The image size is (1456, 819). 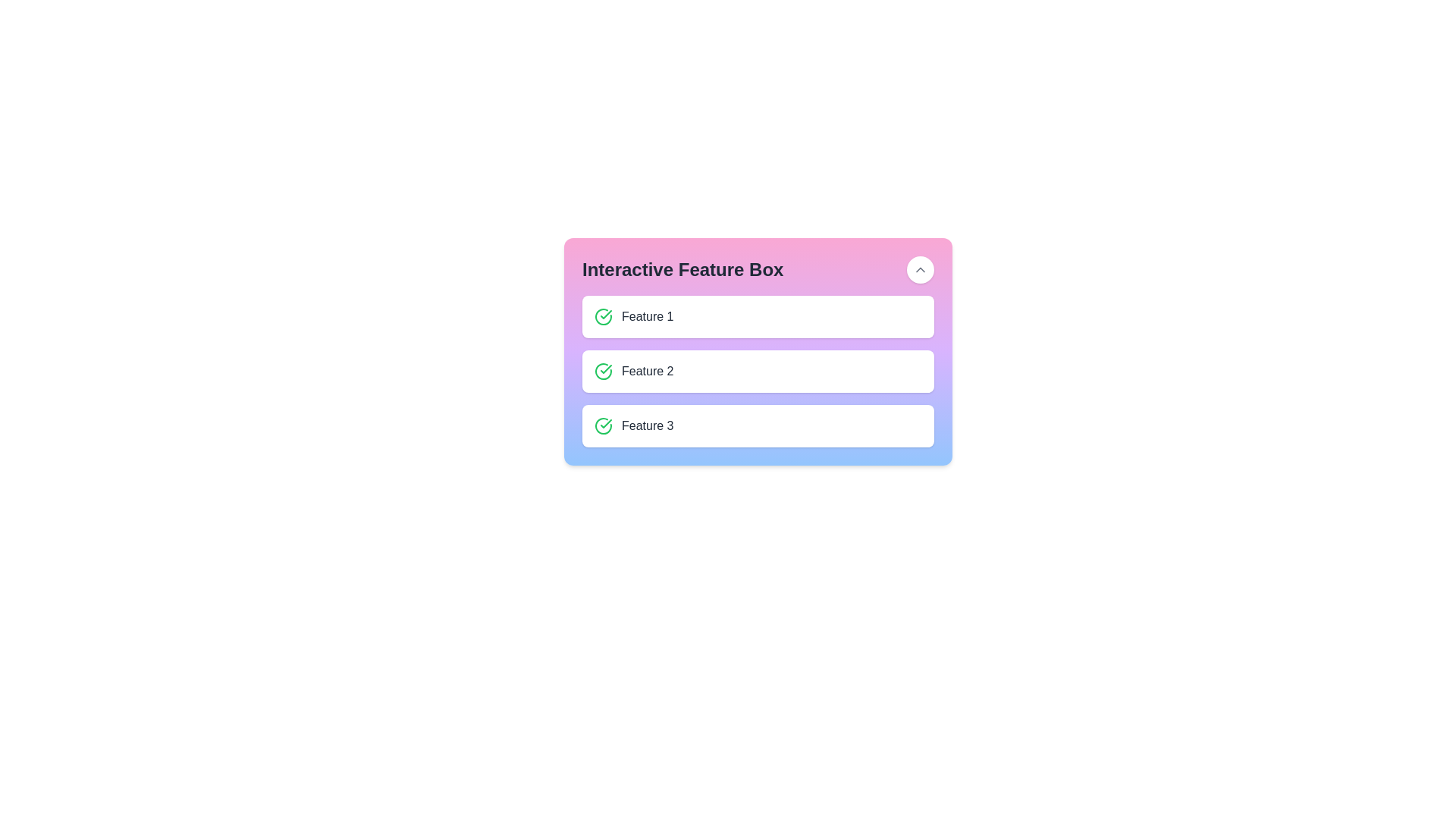 What do you see at coordinates (648, 426) in the screenshot?
I see `the text label displaying 'Feature 3' in dark gray color within the third row of the 'Interactive Feature Box' list` at bounding box center [648, 426].